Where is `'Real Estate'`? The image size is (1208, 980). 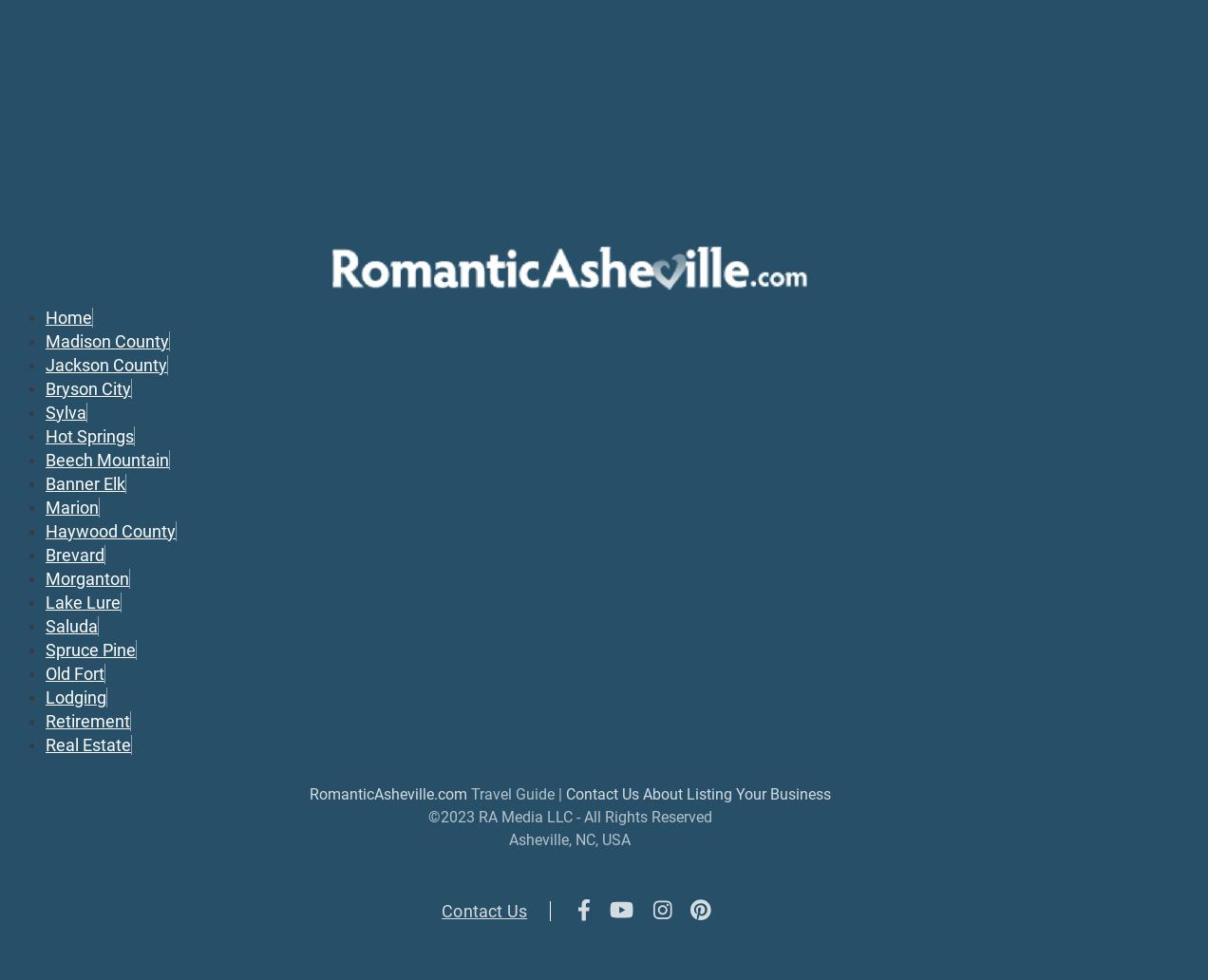
'Real Estate' is located at coordinates (87, 744).